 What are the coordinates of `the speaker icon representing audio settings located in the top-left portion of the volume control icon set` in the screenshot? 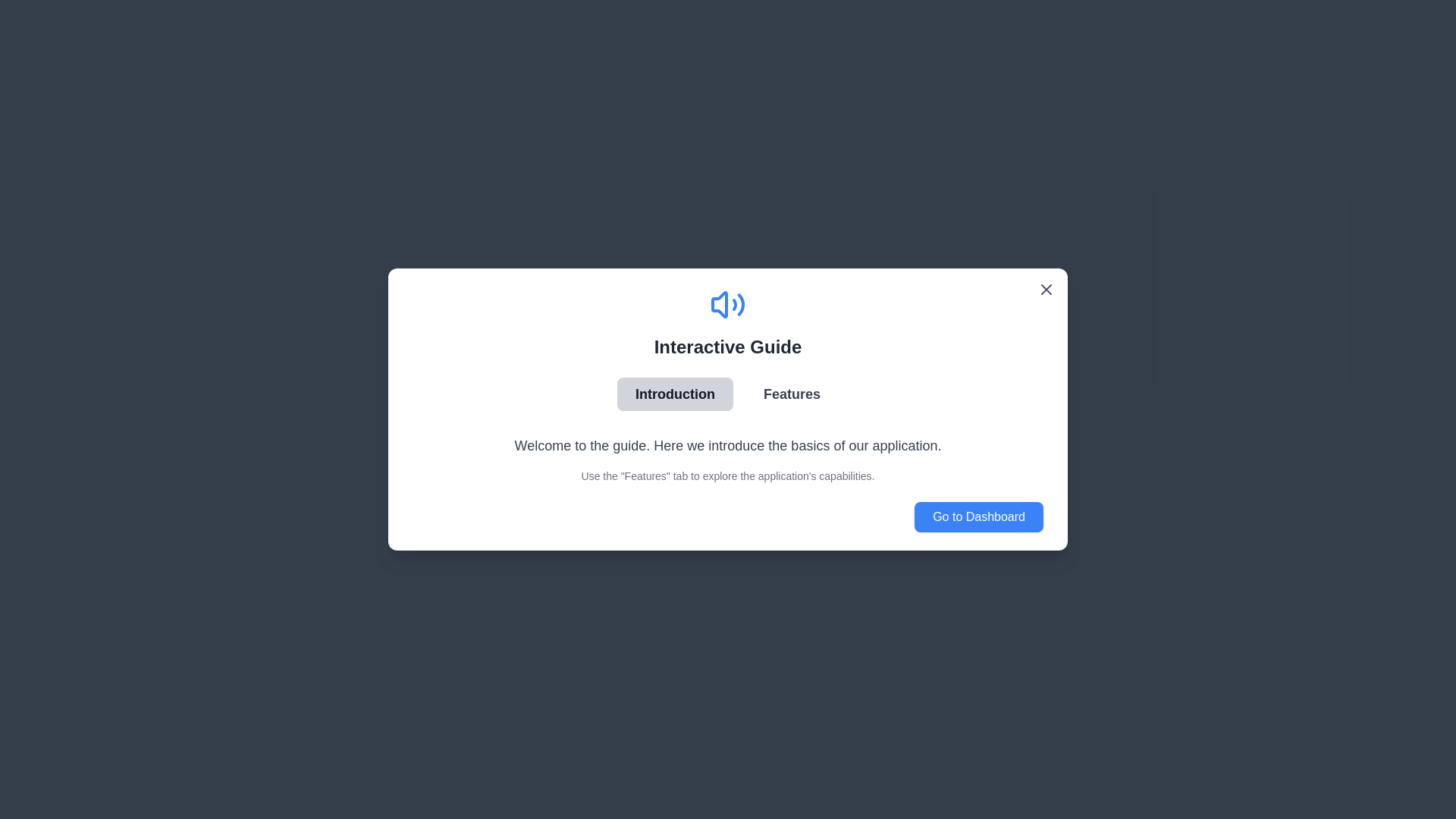 It's located at (719, 304).